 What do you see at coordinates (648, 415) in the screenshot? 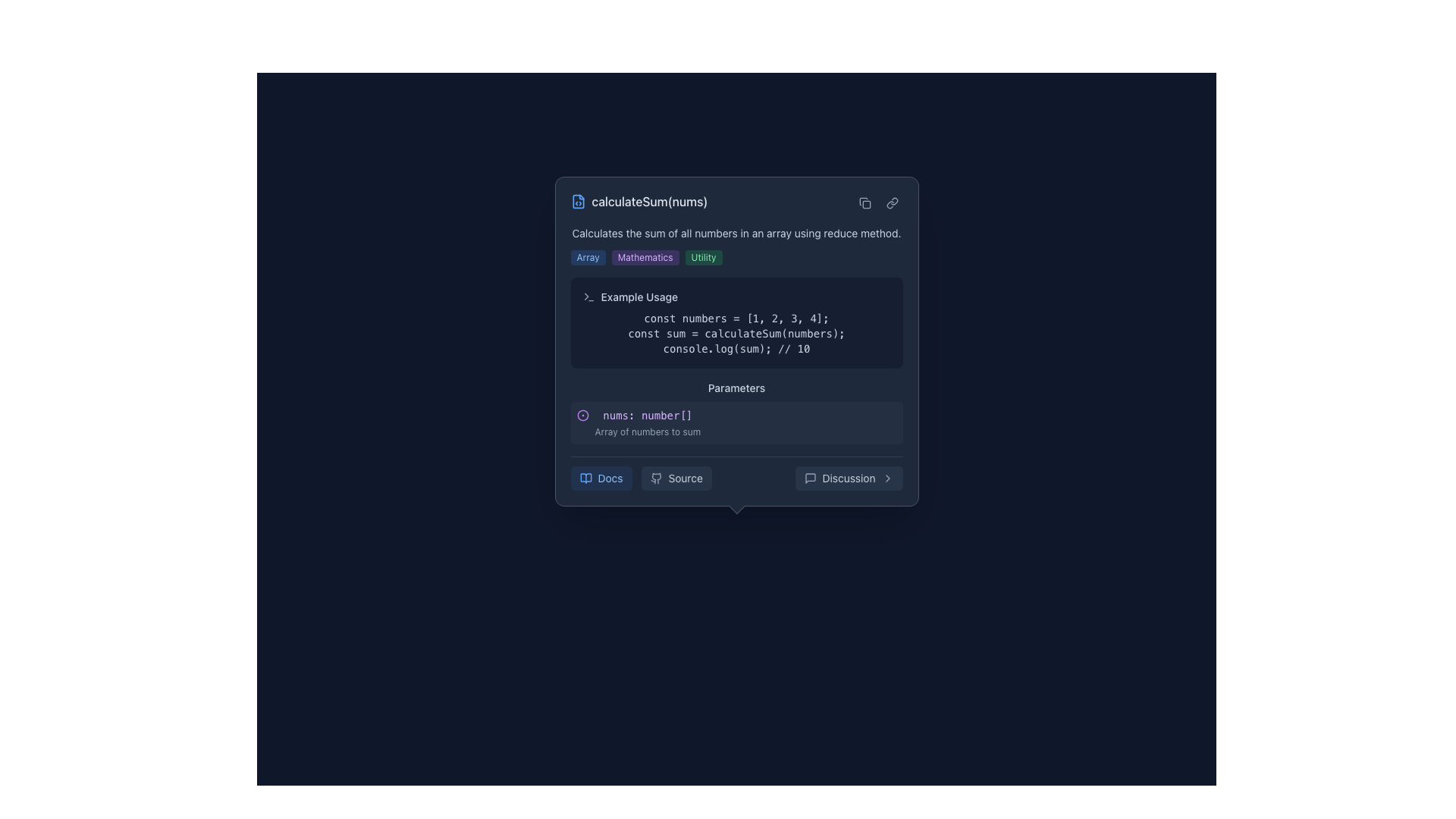
I see `the static text element displaying 'nums: number[]' in purple, which is located in the 'Parameters' section above the text 'Array of numbers to sum'` at bounding box center [648, 415].